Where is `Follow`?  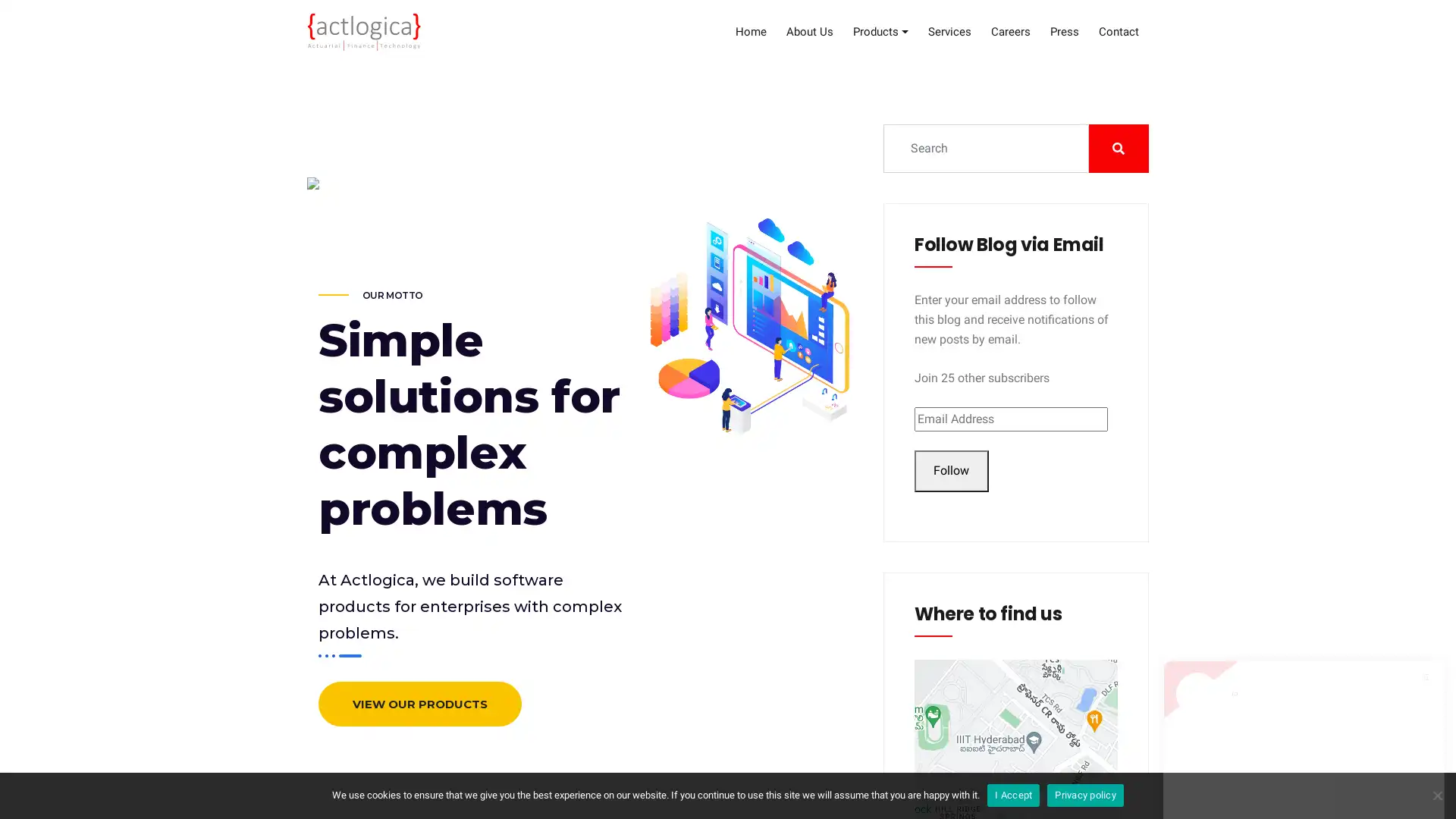 Follow is located at coordinates (950, 470).